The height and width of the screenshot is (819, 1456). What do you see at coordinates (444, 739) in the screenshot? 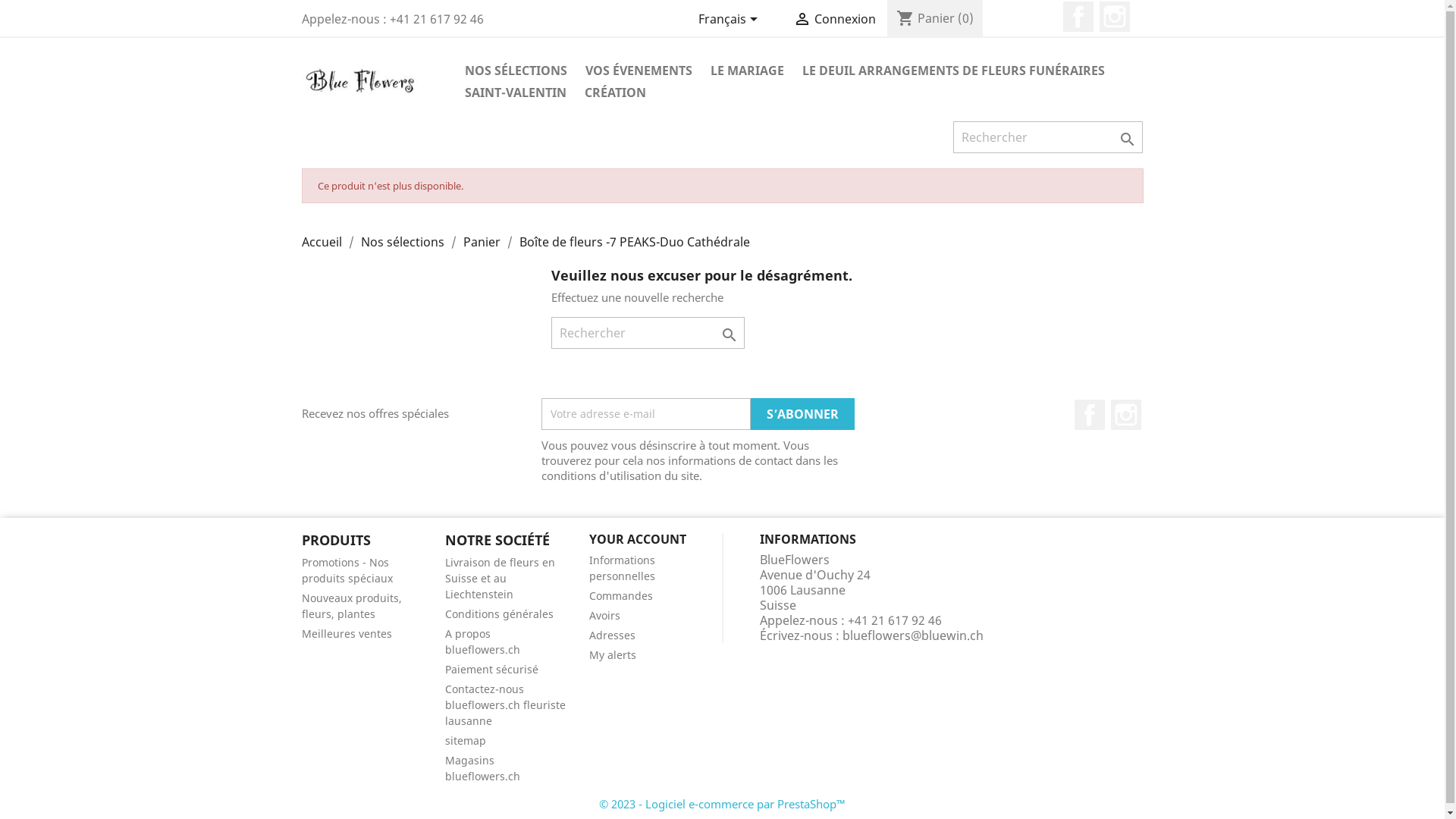
I see `'sitemap'` at bounding box center [444, 739].